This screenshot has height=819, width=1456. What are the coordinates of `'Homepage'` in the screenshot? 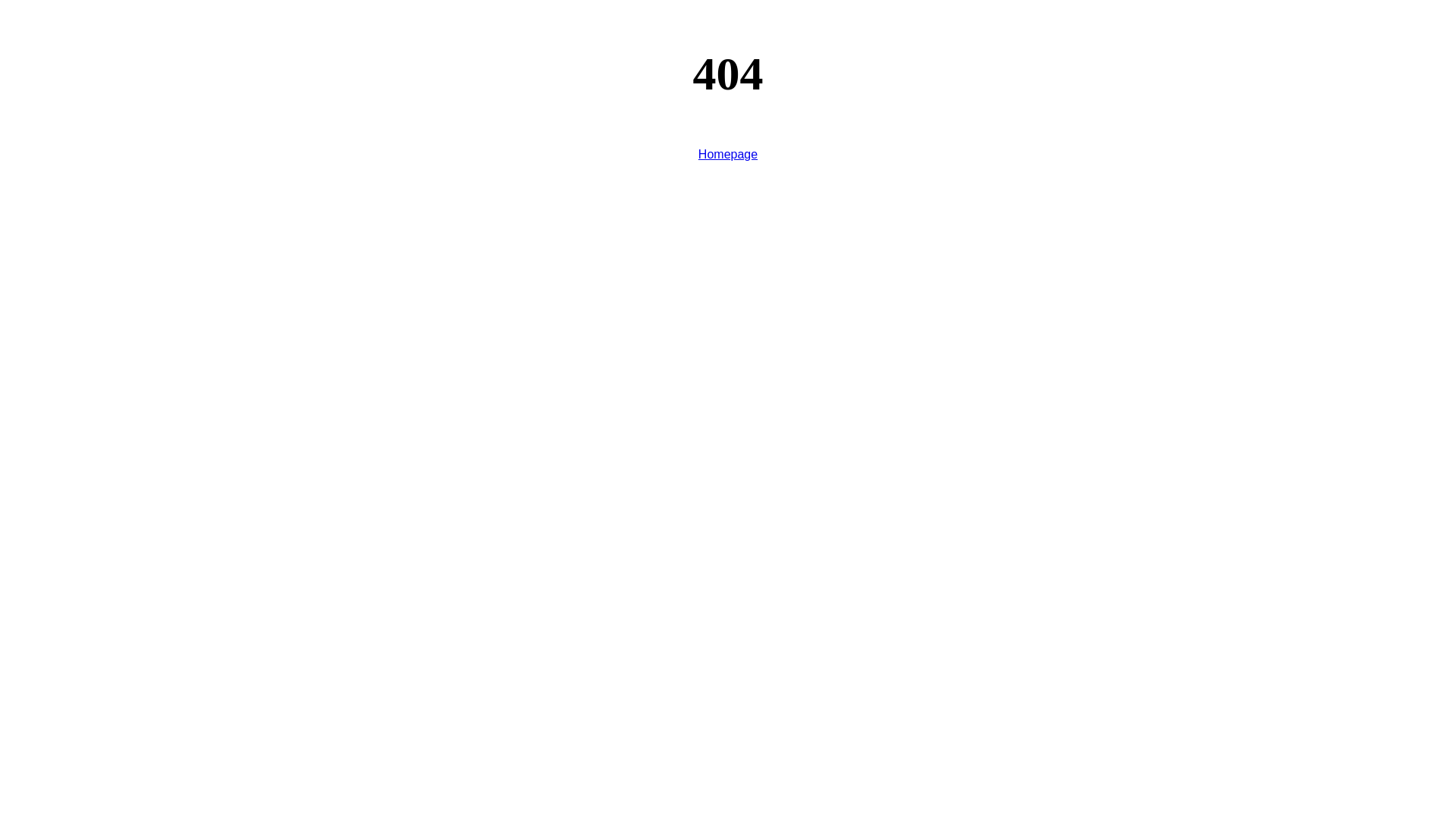 It's located at (728, 154).